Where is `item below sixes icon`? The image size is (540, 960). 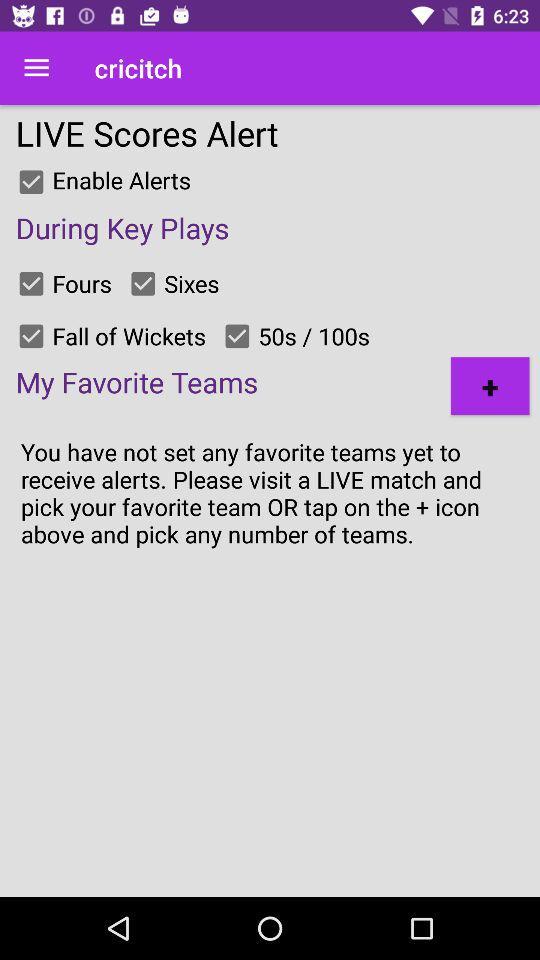
item below sixes icon is located at coordinates (237, 336).